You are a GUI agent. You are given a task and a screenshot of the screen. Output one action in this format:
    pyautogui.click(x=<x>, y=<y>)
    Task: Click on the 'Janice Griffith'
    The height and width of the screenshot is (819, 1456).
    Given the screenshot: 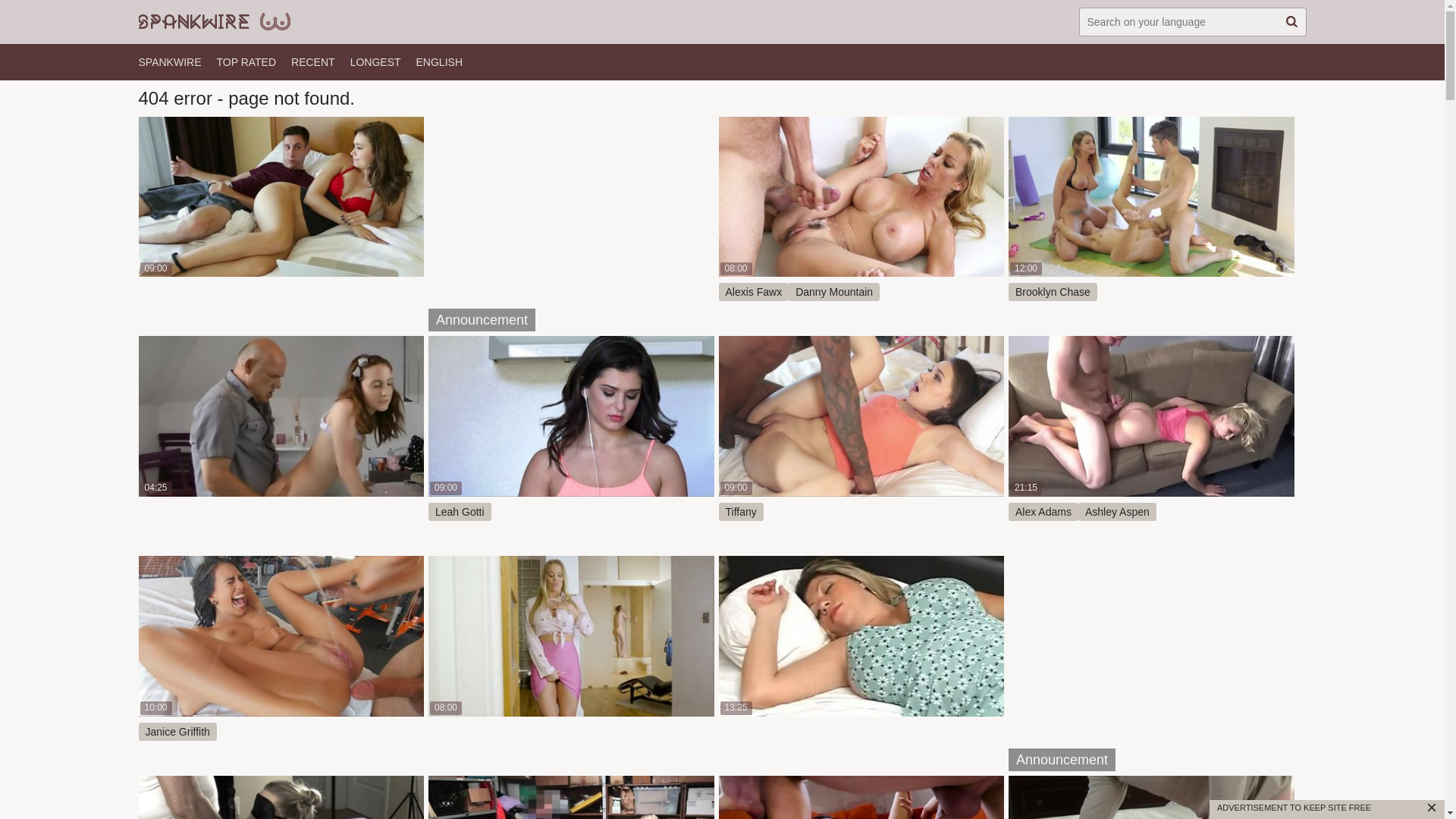 What is the action you would take?
    pyautogui.click(x=177, y=730)
    